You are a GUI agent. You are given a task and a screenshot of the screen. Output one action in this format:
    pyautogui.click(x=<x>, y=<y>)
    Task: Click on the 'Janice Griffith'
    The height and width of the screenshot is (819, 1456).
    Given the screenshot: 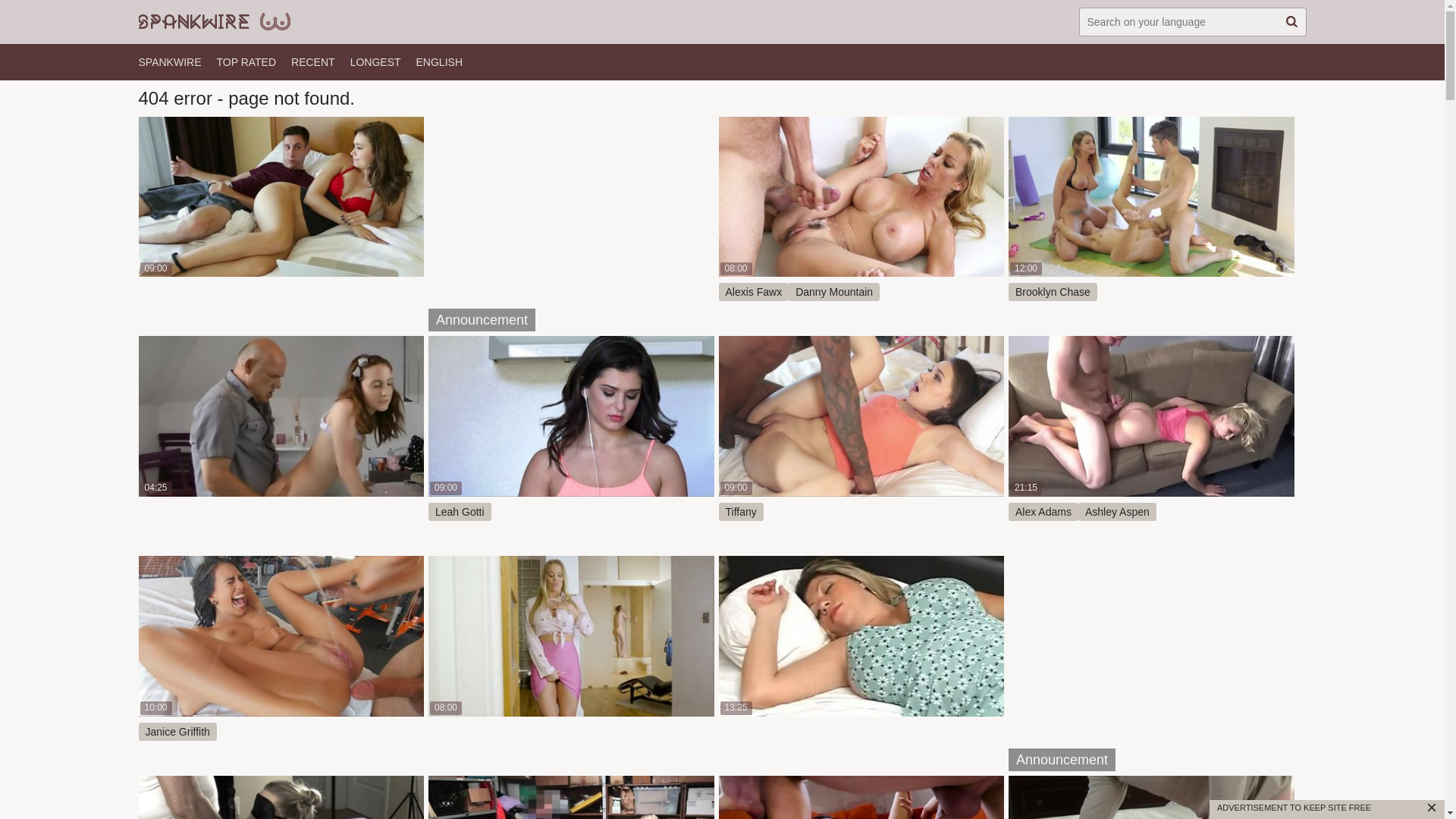 What is the action you would take?
    pyautogui.click(x=177, y=730)
    